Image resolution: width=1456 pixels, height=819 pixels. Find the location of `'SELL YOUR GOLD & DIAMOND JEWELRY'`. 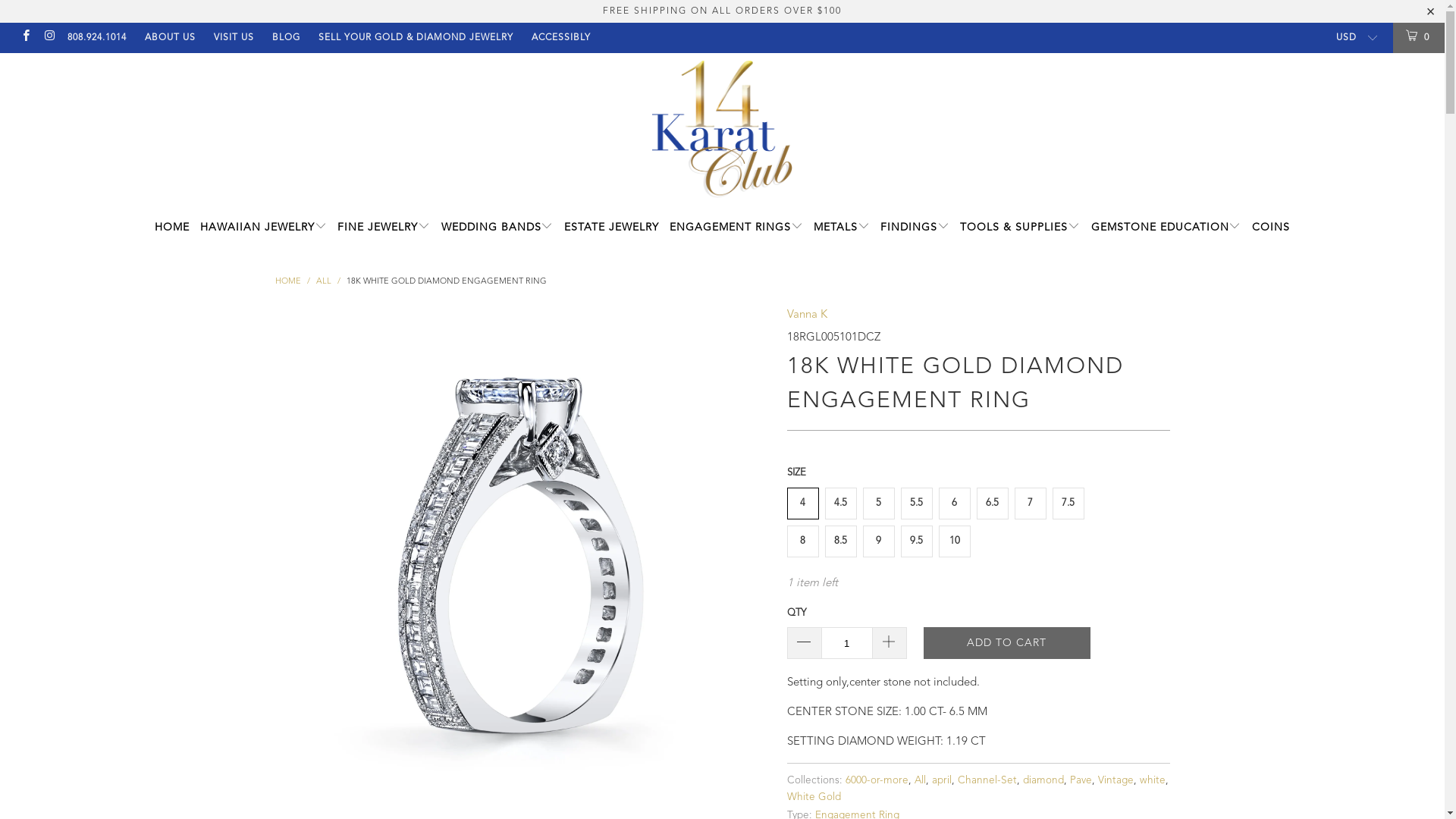

'SELL YOUR GOLD & DIAMOND JEWELRY' is located at coordinates (416, 37).